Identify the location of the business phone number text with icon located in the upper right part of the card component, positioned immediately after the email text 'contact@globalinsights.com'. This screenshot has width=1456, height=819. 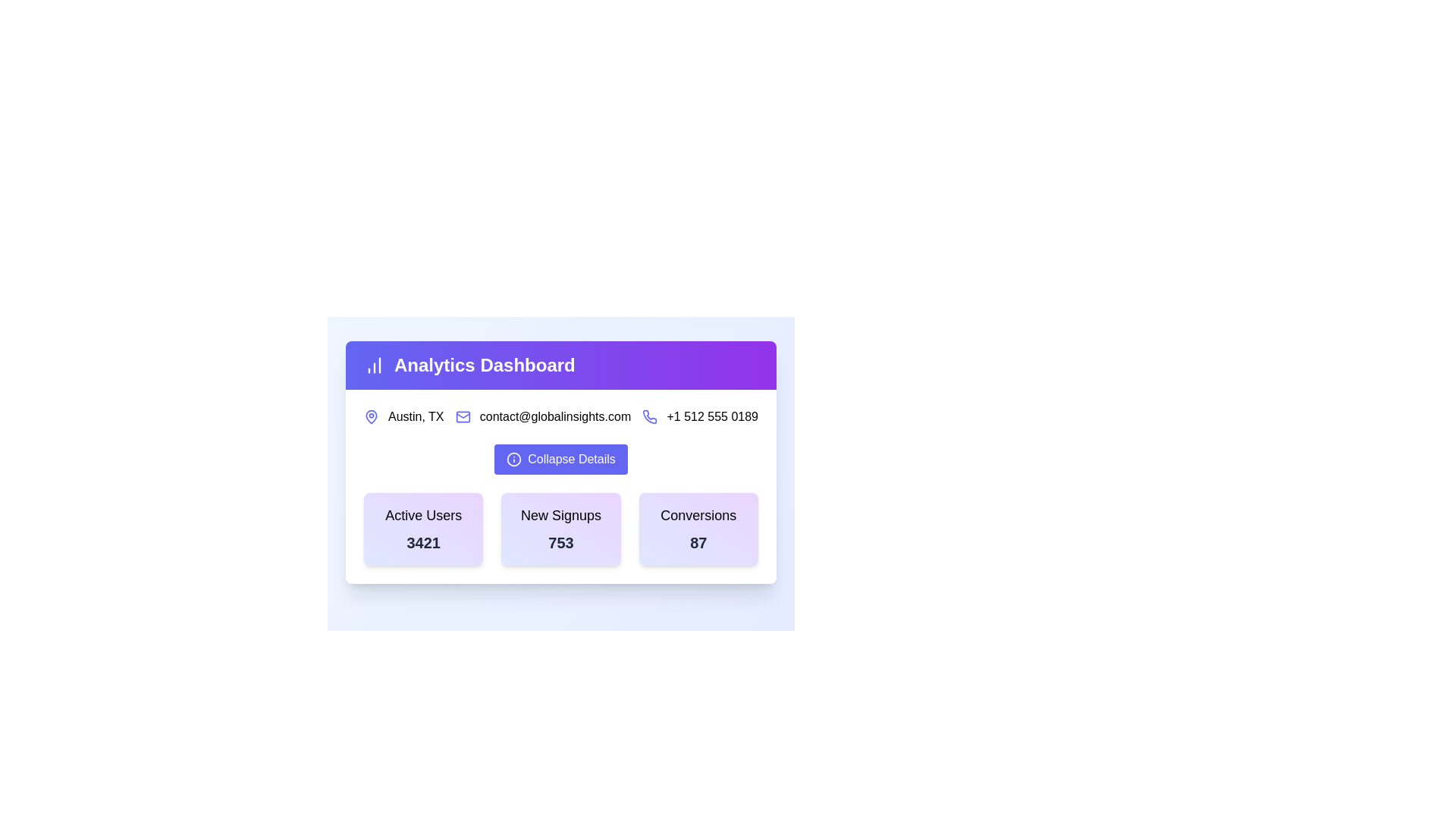
(699, 417).